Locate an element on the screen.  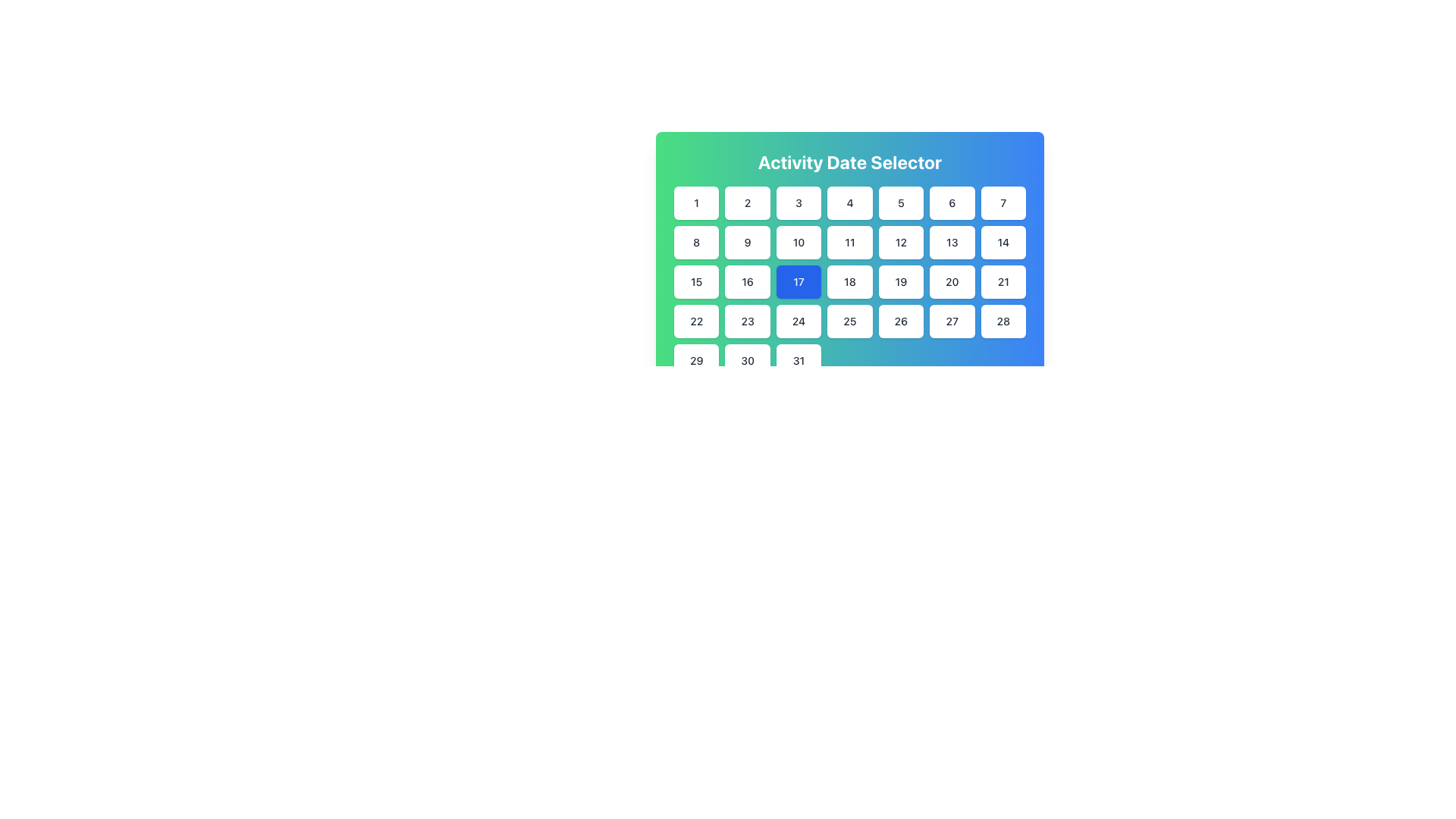
the date selector button for the 16th of the month is located at coordinates (748, 281).